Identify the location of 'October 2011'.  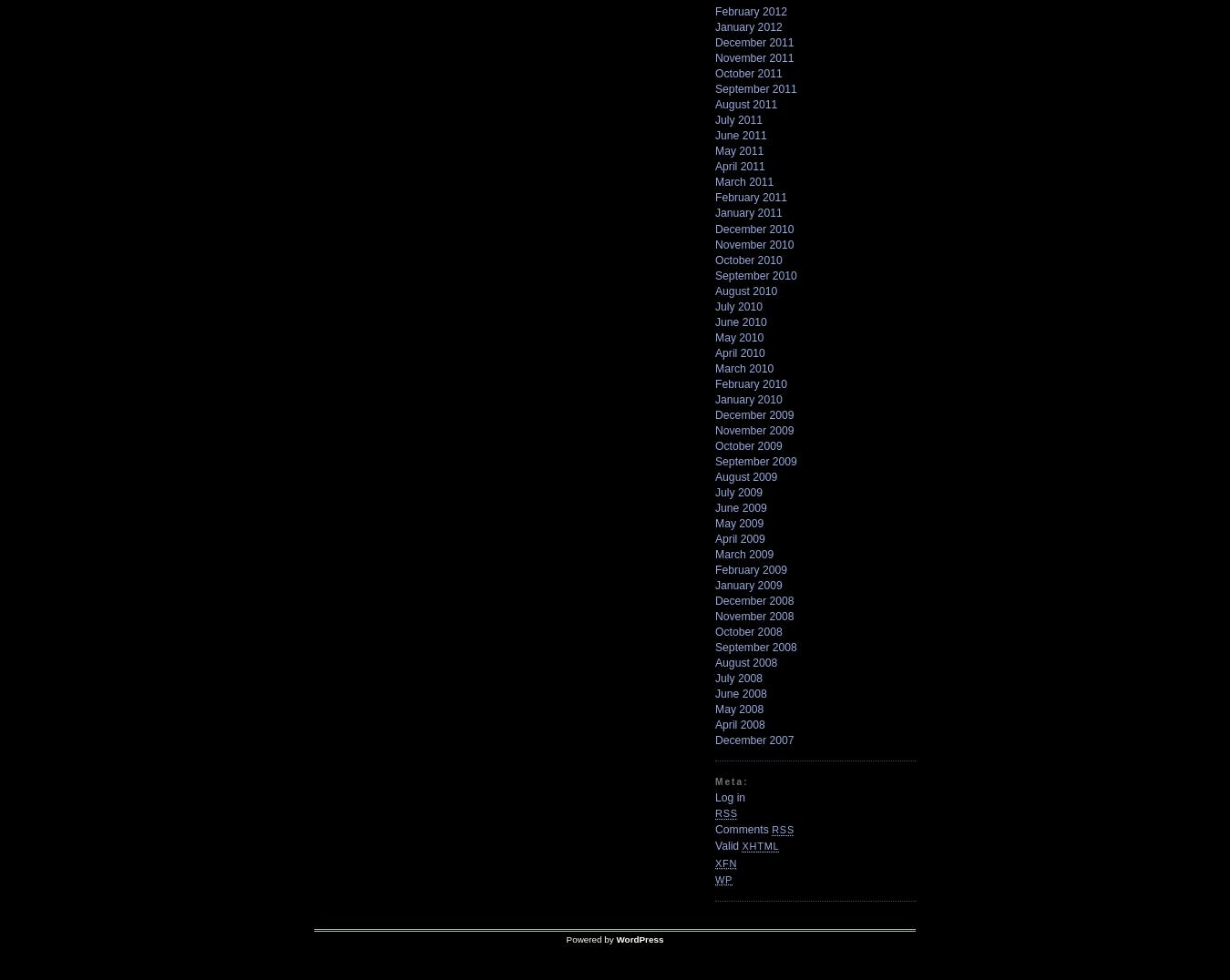
(748, 74).